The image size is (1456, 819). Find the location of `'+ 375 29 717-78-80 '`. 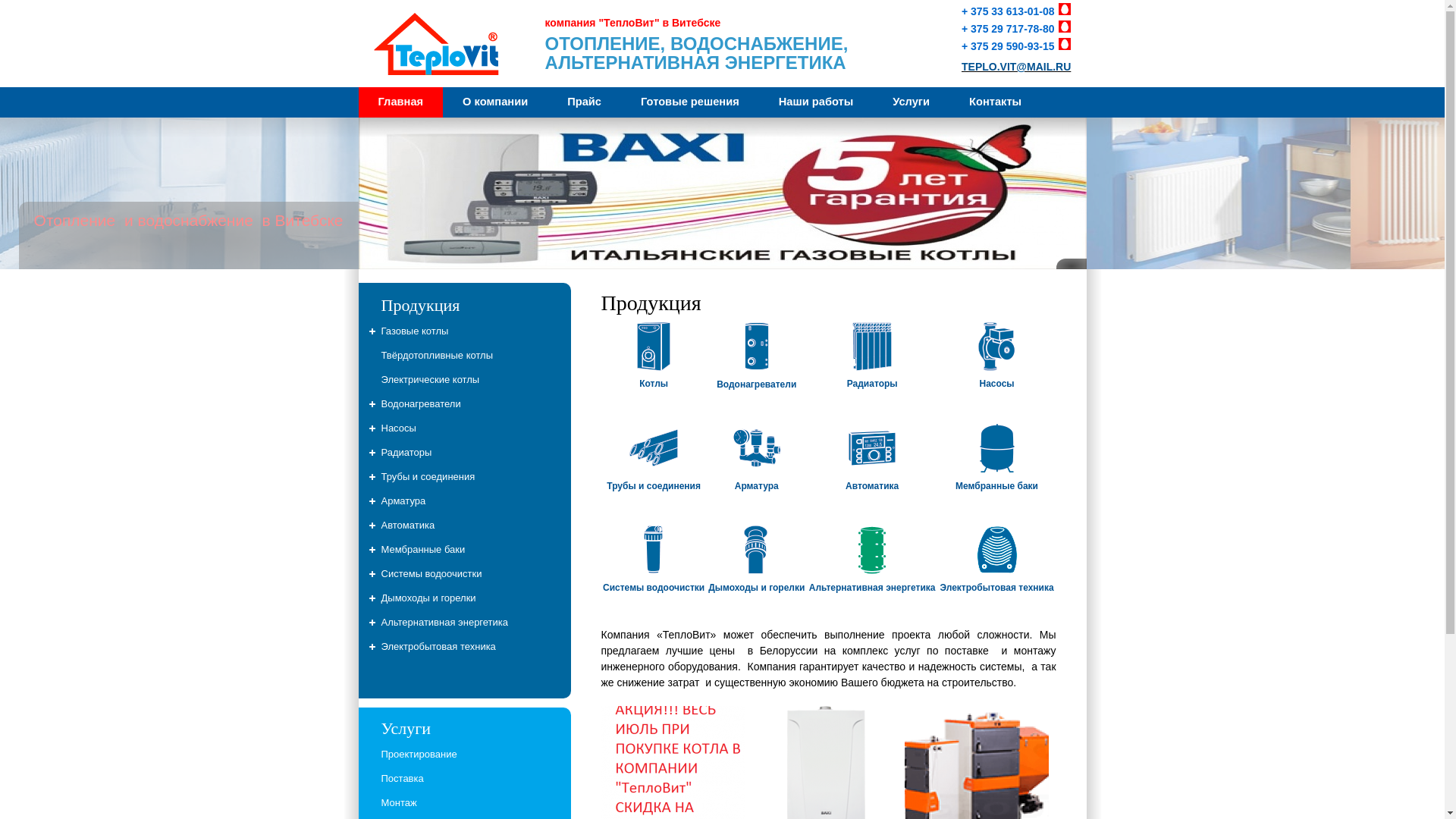

'+ 375 29 717-78-80 ' is located at coordinates (1016, 29).